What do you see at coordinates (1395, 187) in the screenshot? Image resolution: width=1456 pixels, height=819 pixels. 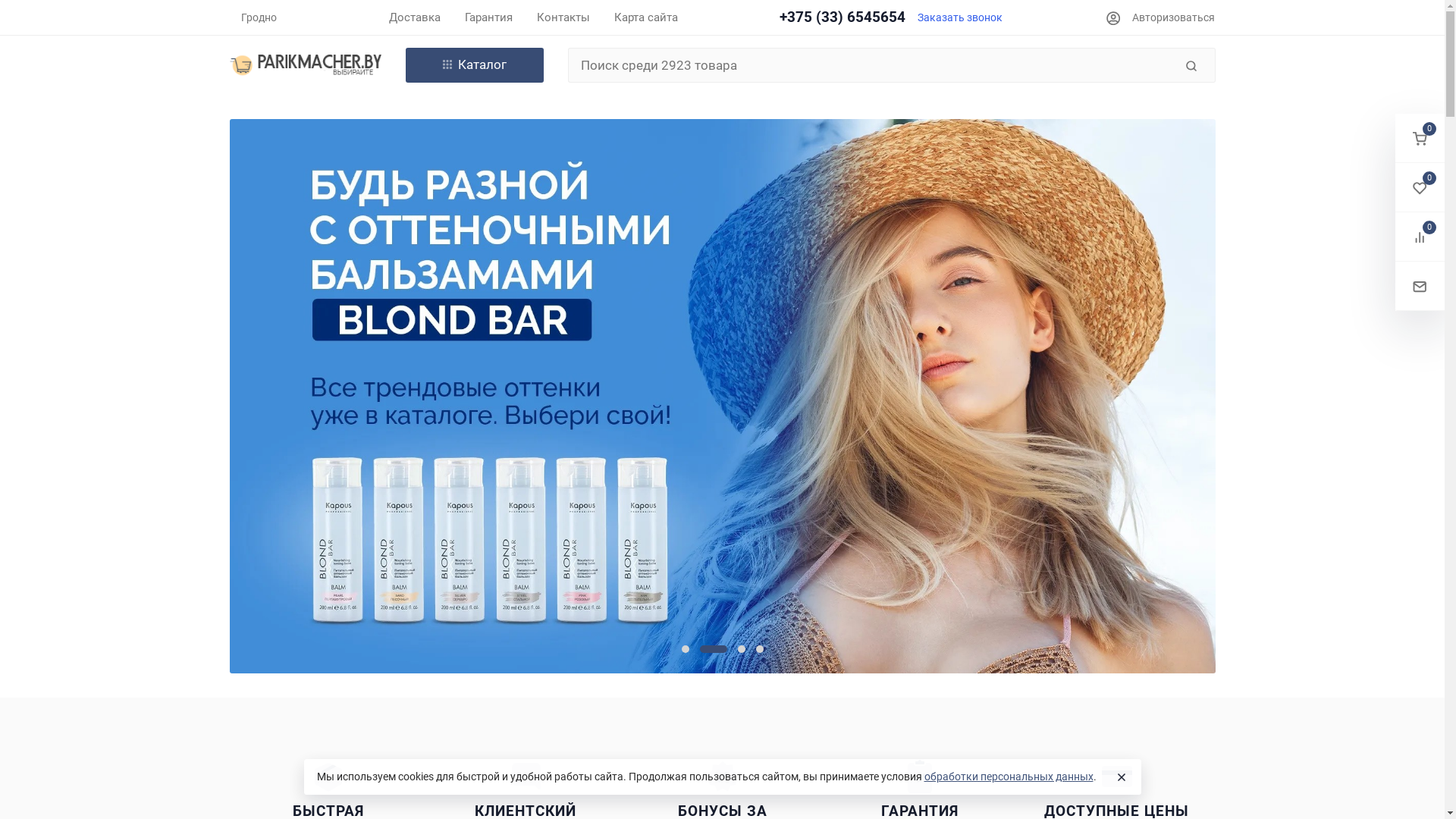 I see `'0'` at bounding box center [1395, 187].